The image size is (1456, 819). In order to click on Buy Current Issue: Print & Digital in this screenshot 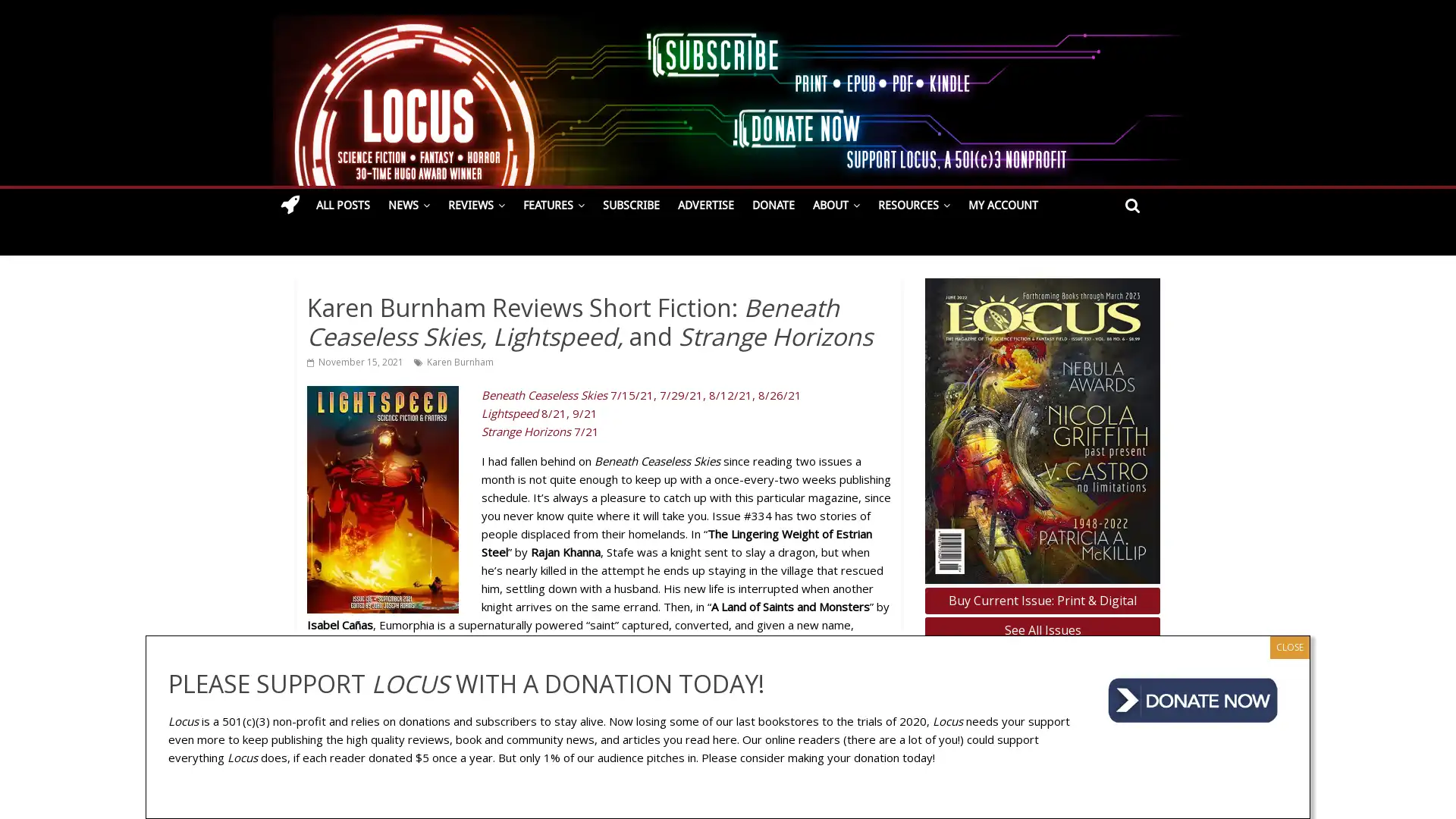, I will do `click(1041, 599)`.